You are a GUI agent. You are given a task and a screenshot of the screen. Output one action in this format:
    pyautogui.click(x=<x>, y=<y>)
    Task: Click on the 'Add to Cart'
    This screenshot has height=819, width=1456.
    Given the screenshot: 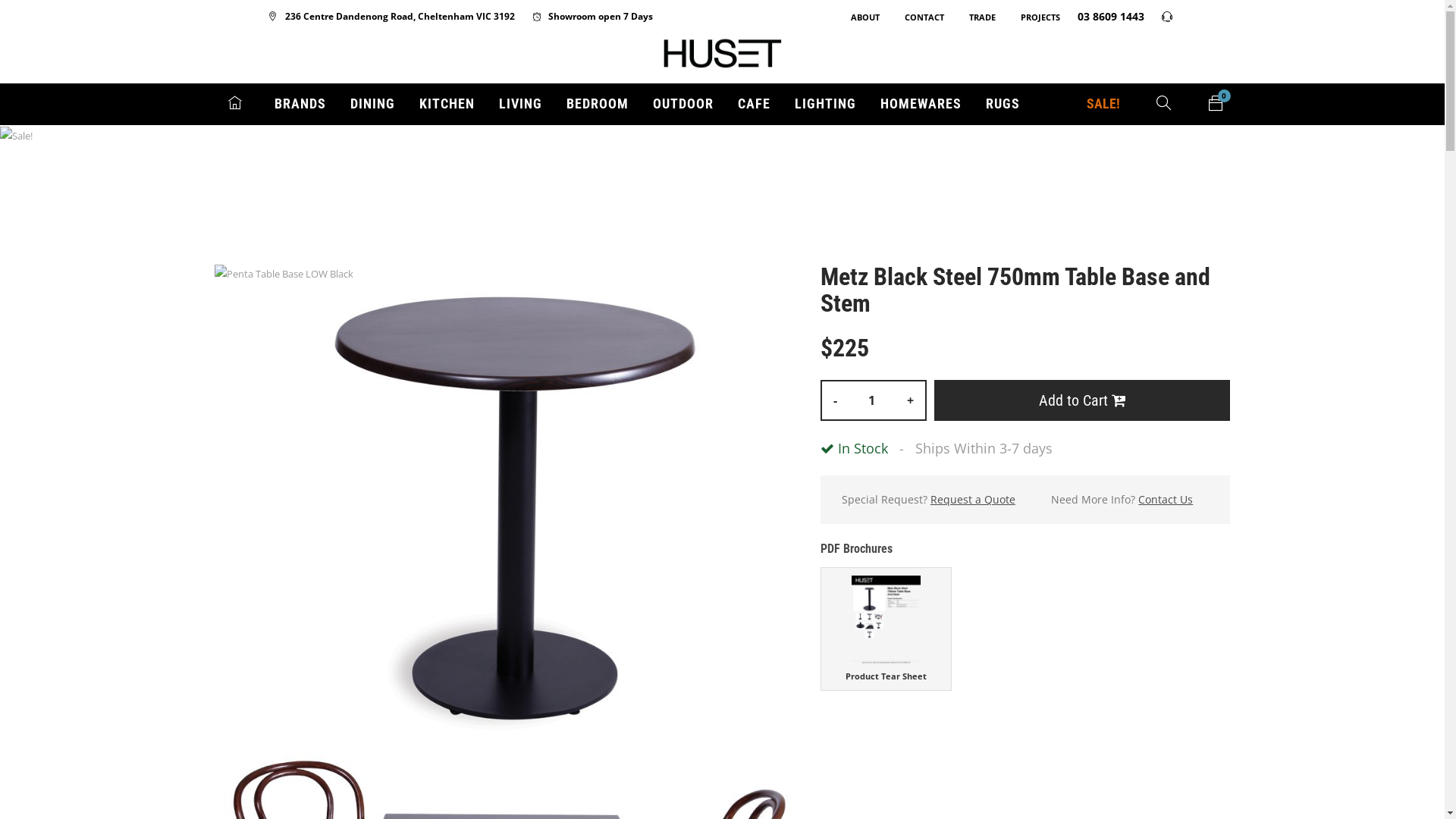 What is the action you would take?
    pyautogui.click(x=1081, y=400)
    